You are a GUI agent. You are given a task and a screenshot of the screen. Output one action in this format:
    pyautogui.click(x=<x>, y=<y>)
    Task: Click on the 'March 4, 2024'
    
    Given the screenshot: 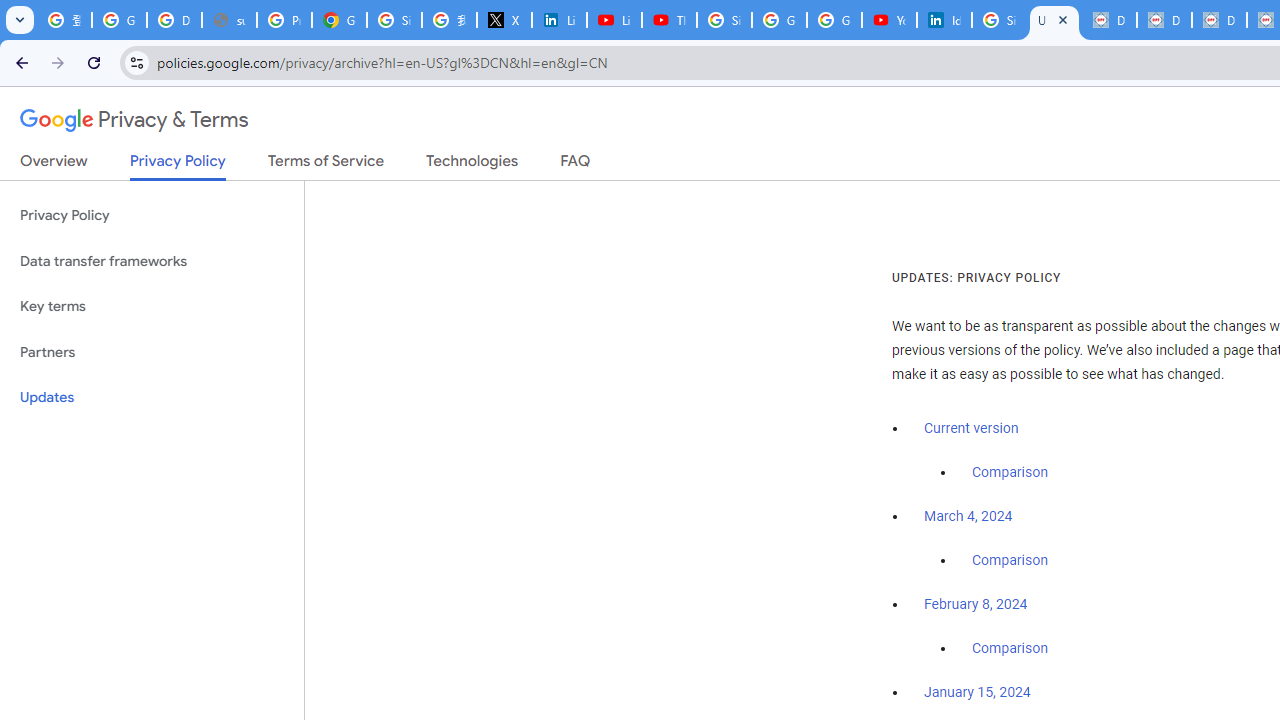 What is the action you would take?
    pyautogui.click(x=968, y=516)
    